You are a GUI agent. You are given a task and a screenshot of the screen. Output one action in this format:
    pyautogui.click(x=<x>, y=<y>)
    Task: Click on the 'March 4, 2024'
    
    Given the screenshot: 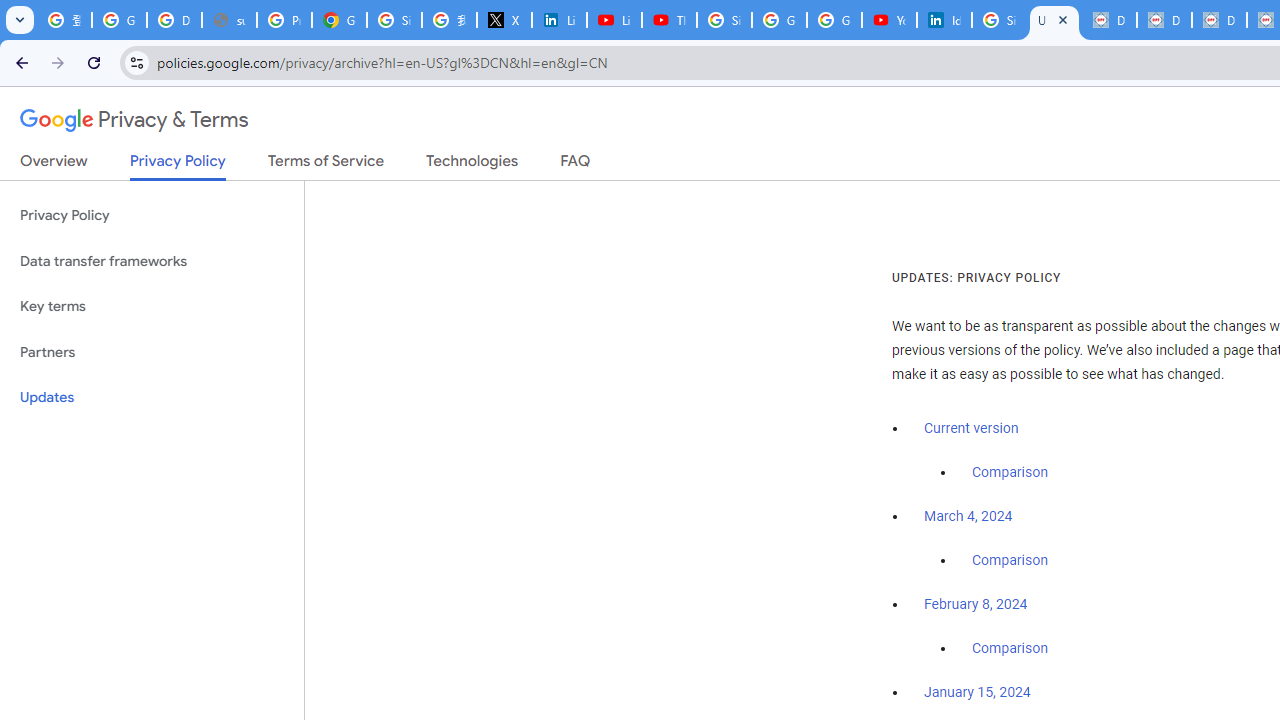 What is the action you would take?
    pyautogui.click(x=968, y=516)
    